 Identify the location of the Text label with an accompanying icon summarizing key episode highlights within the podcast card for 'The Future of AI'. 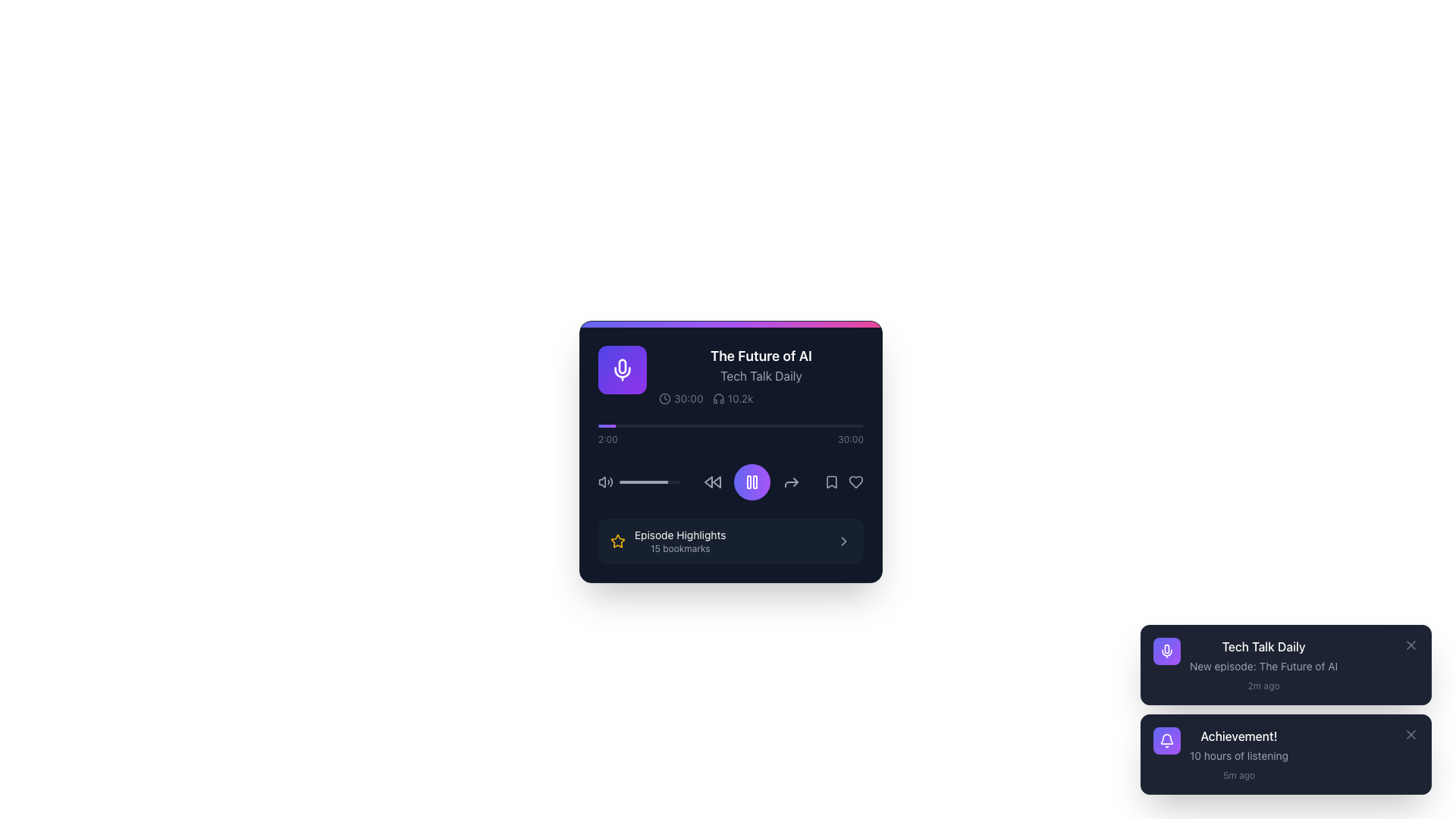
(667, 540).